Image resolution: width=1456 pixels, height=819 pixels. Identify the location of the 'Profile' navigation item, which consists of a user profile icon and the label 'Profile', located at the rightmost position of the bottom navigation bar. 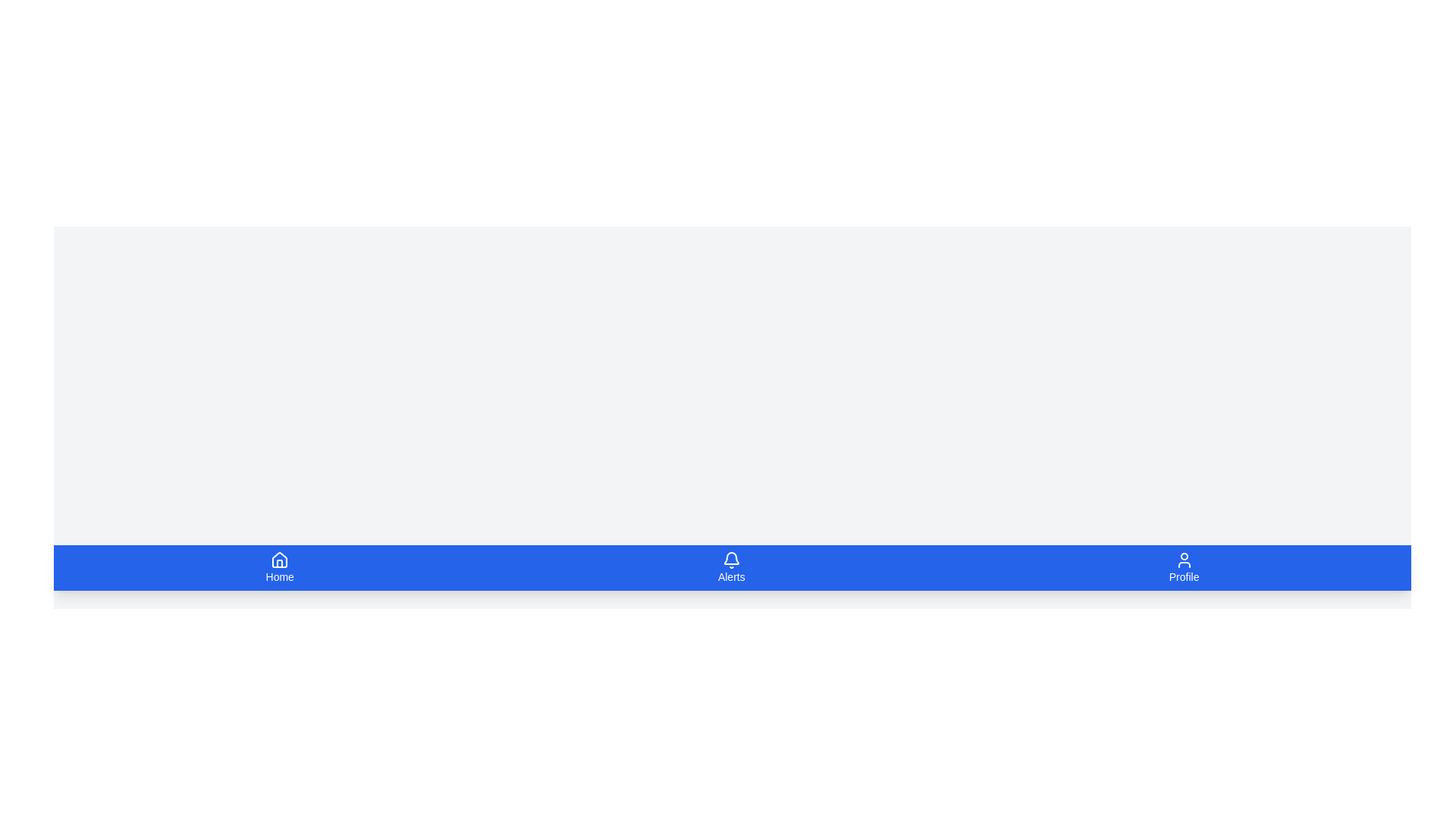
(1183, 567).